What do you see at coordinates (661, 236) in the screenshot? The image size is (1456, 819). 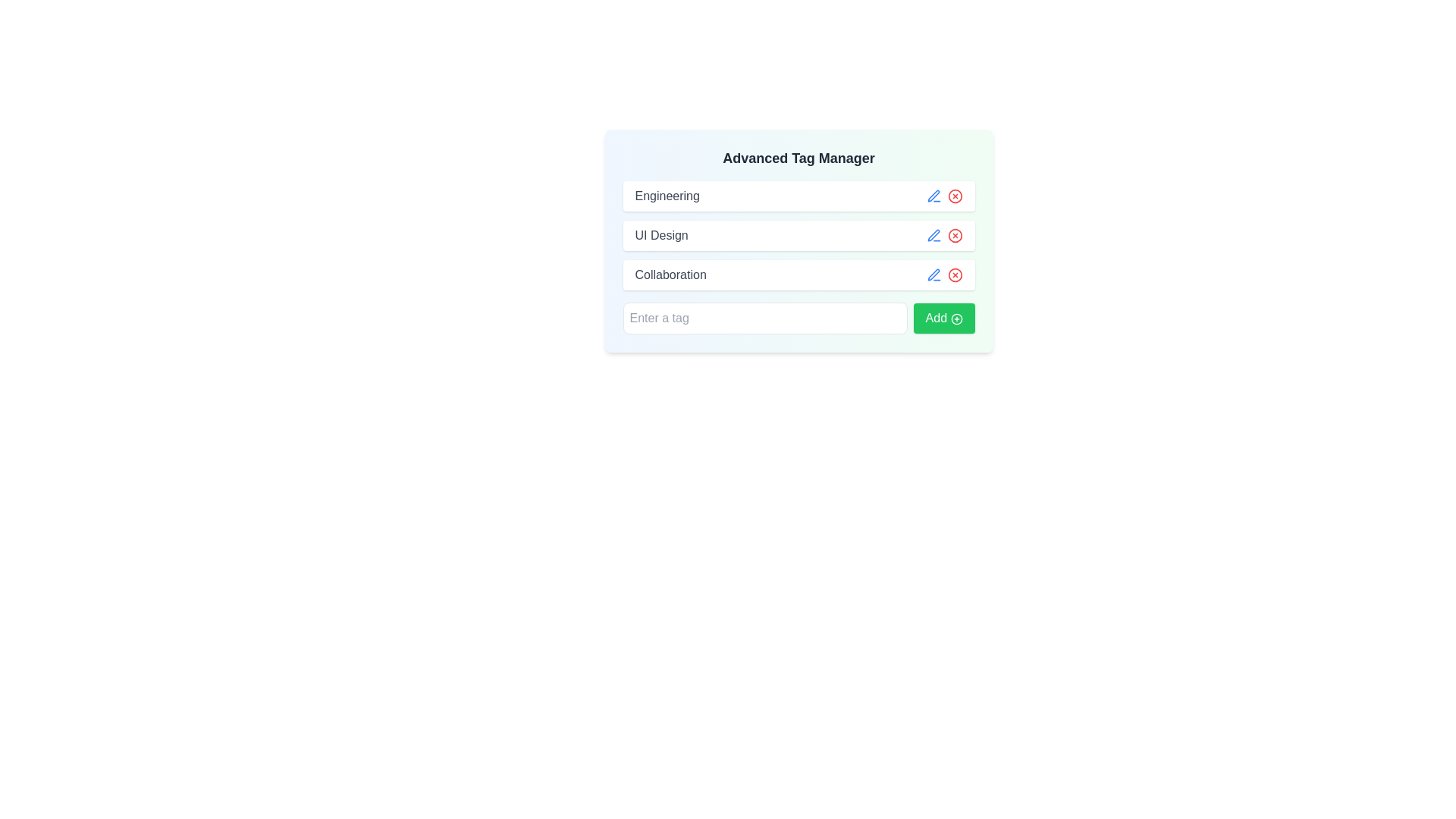 I see `the text label element displaying 'UI Design', which is centrally located in the second row of the tag list in the Advanced Tag Manager interface` at bounding box center [661, 236].